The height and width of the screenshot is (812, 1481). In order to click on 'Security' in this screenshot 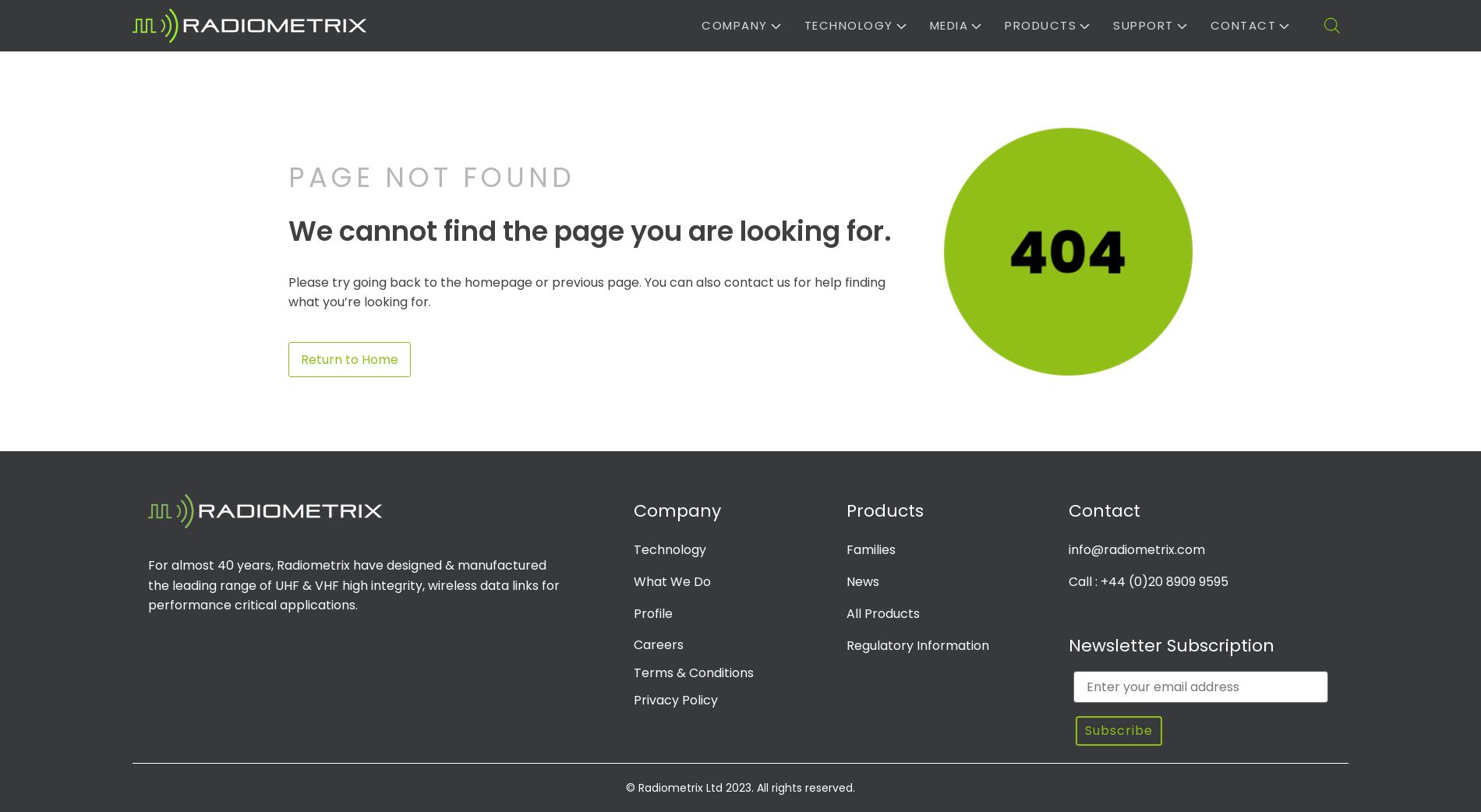, I will do `click(964, 253)`.